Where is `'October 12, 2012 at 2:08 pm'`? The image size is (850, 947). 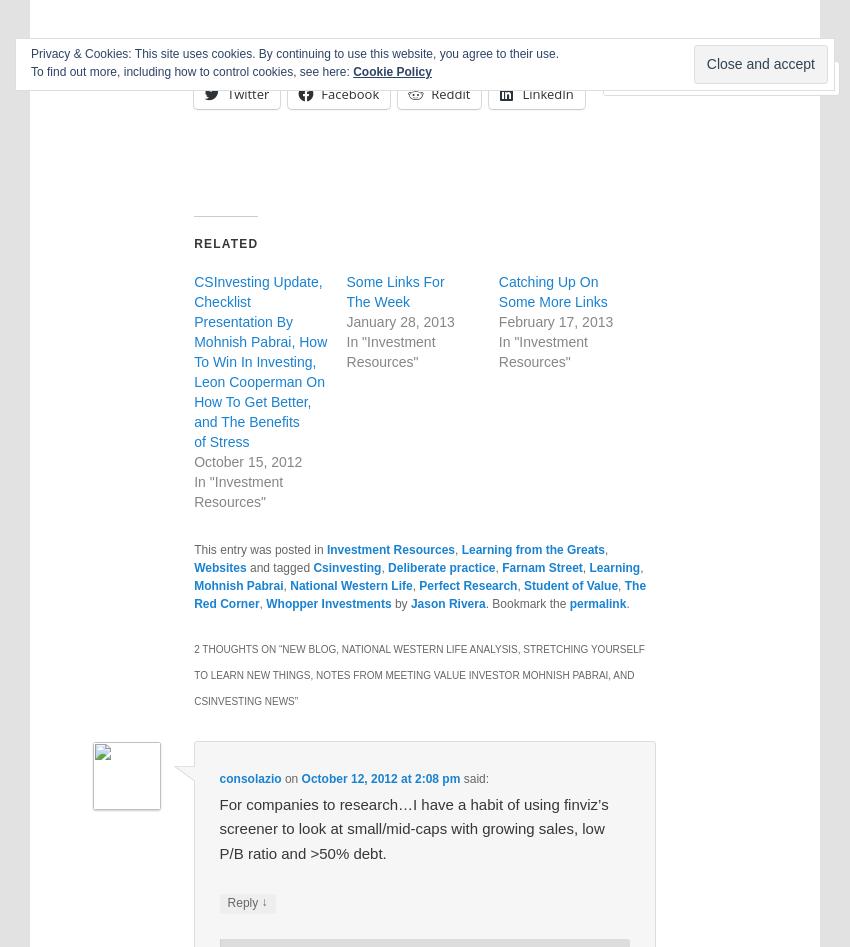 'October 12, 2012 at 2:08 pm' is located at coordinates (300, 779).